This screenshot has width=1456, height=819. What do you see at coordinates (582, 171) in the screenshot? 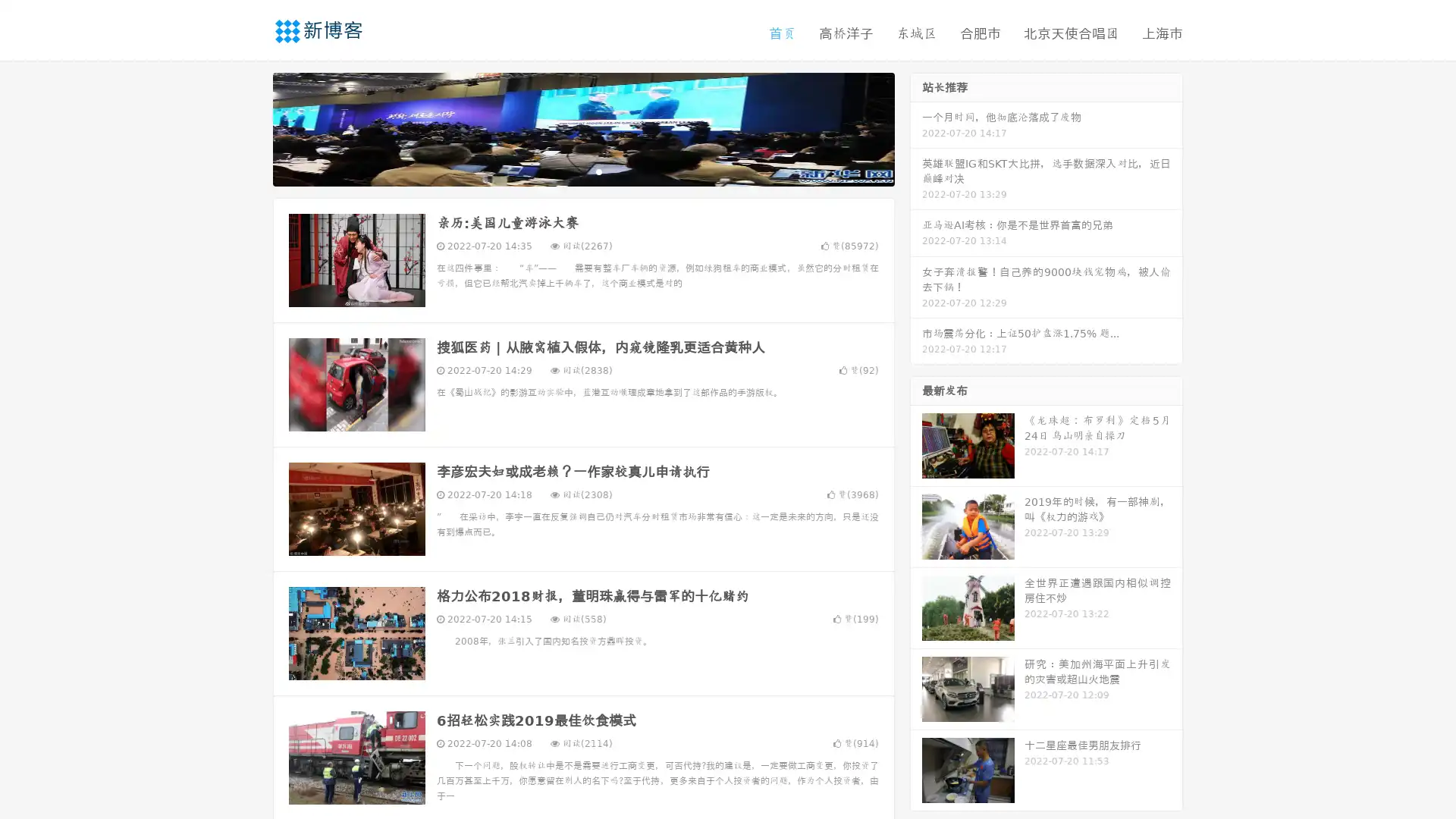
I see `Go to slide 2` at bounding box center [582, 171].